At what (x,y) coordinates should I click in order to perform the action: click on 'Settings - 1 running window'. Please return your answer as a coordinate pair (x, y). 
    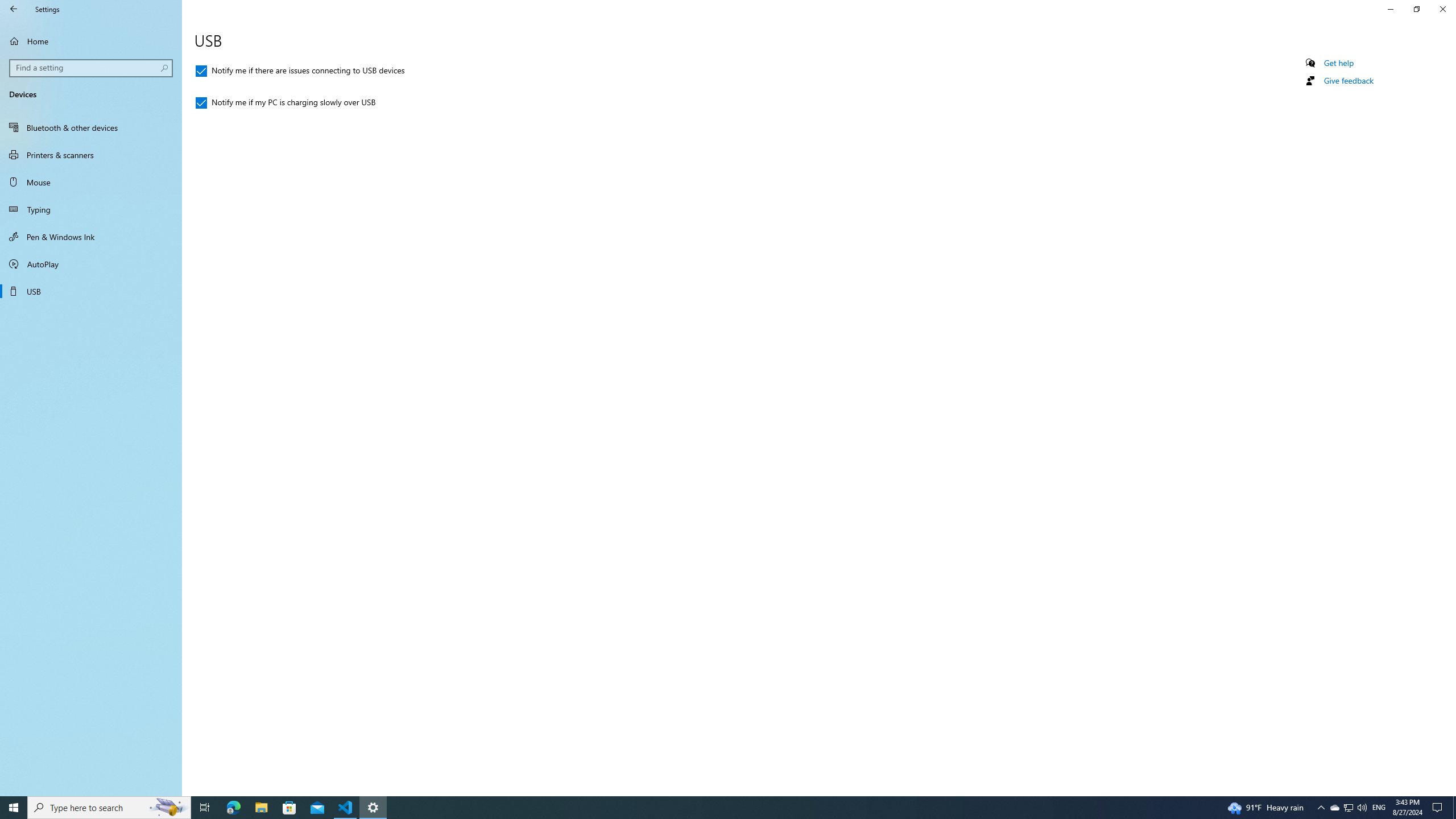
    Looking at the image, I should click on (373, 806).